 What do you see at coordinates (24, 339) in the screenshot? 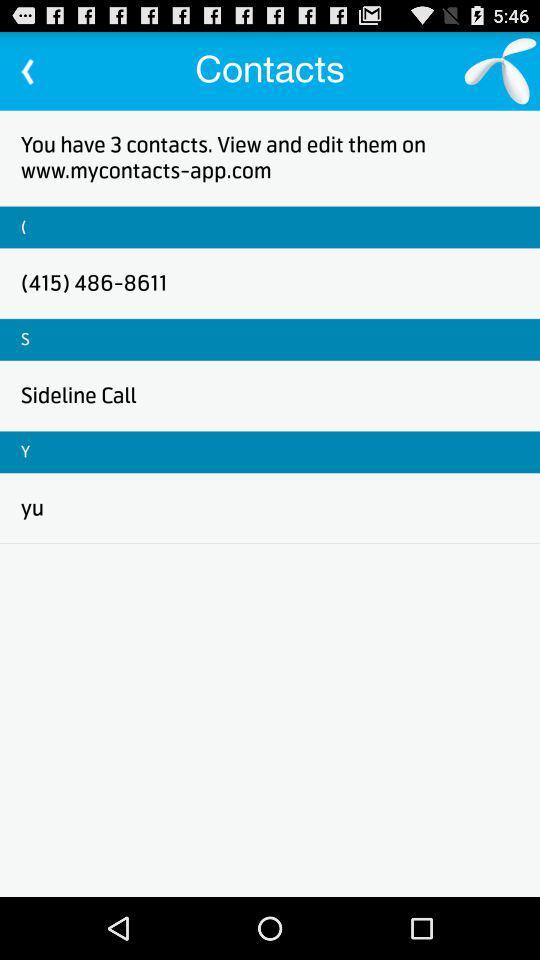
I see `s icon` at bounding box center [24, 339].